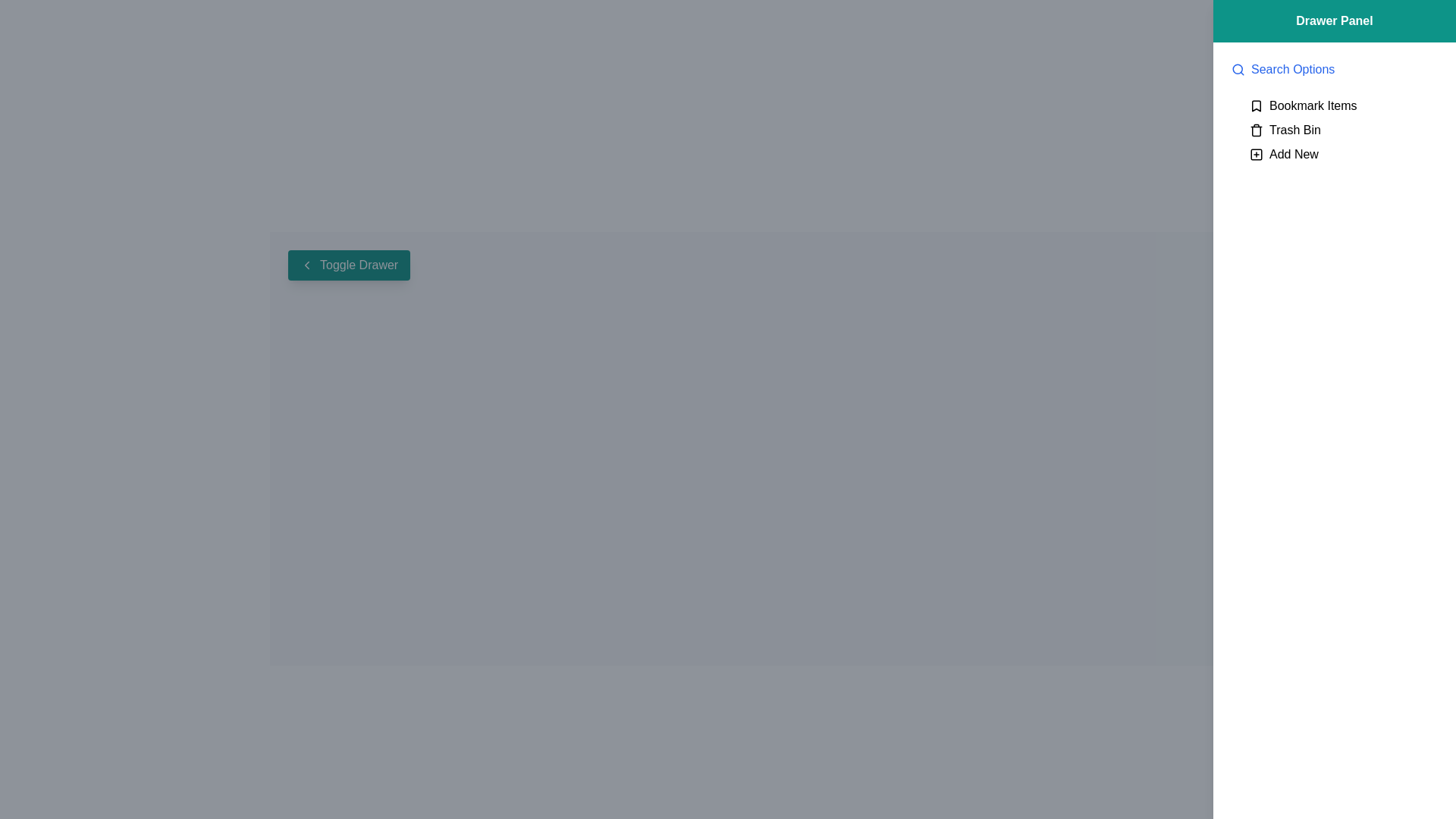 This screenshot has width=1456, height=819. Describe the element at coordinates (348, 265) in the screenshot. I see `the 'Toggle Drawer' button with a teal background and white text` at that location.